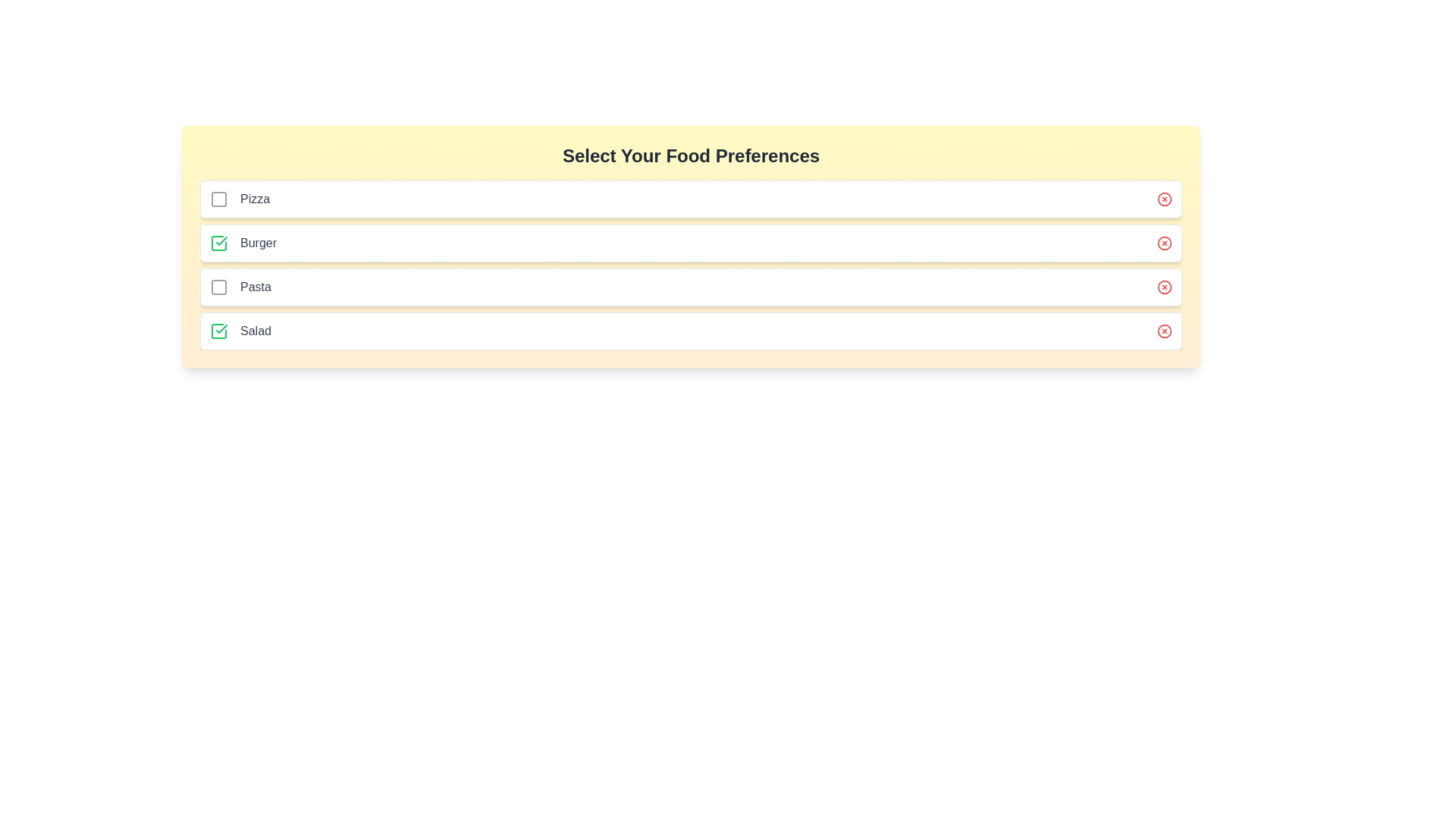  What do you see at coordinates (1164, 330) in the screenshot?
I see `the button that removes or deselects the 'Salad' item from the preferences list, located at the far right endpoint of the row corresponding to 'Salad'` at bounding box center [1164, 330].